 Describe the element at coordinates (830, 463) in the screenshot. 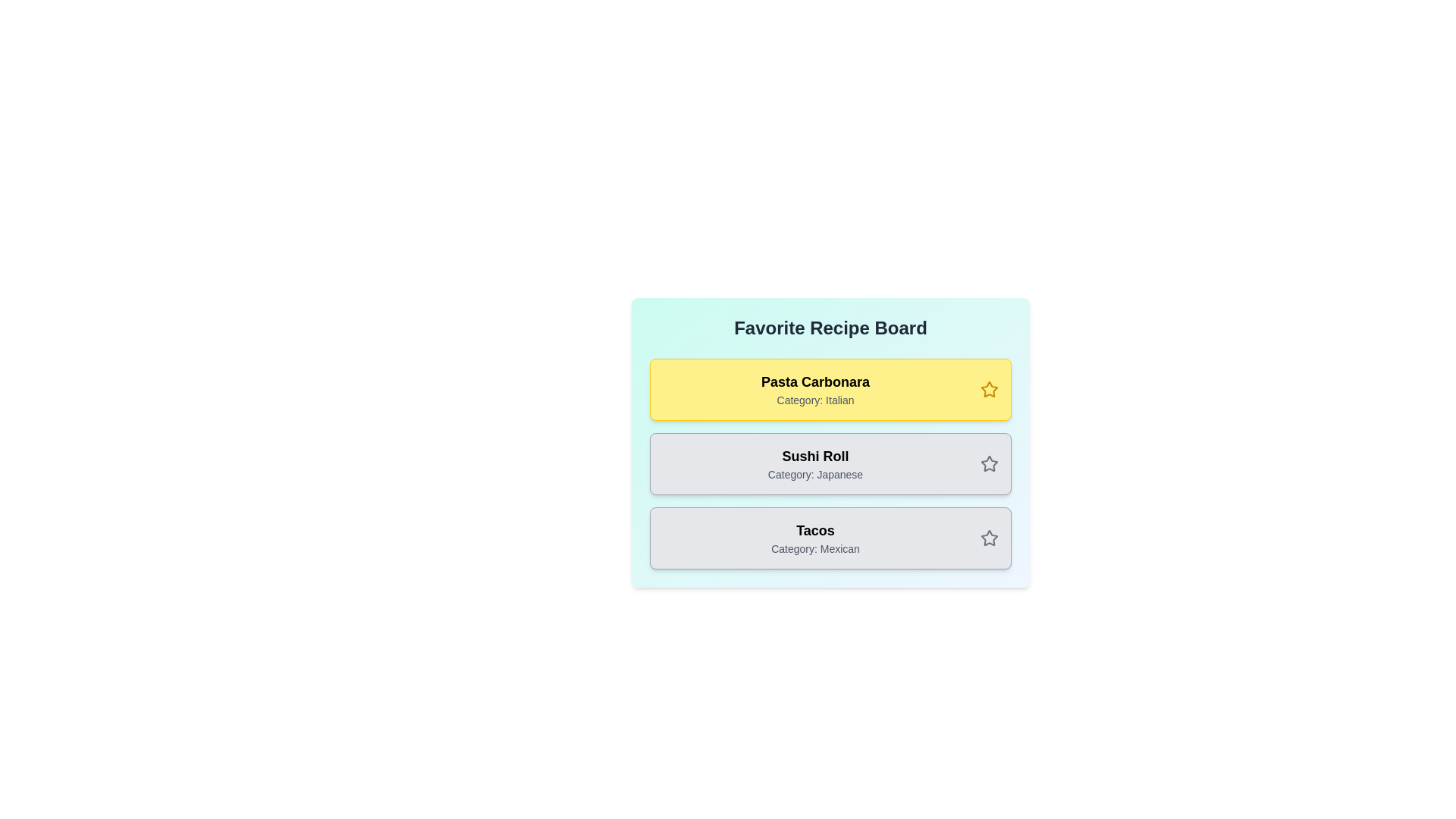

I see `the recipe card for Sushi Roll` at that location.